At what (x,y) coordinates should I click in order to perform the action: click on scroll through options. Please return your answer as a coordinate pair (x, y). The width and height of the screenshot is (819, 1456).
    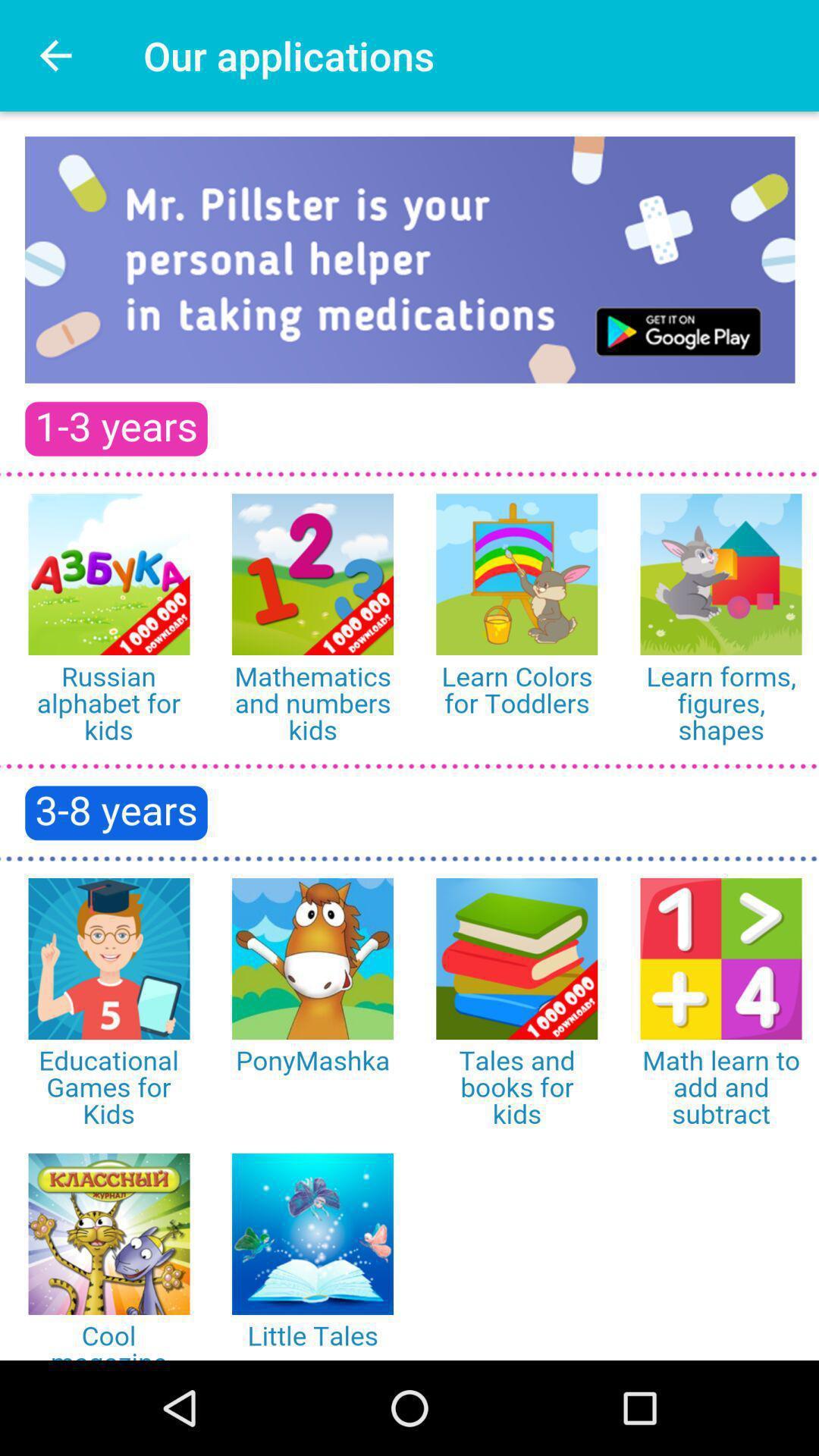
    Looking at the image, I should click on (409, 736).